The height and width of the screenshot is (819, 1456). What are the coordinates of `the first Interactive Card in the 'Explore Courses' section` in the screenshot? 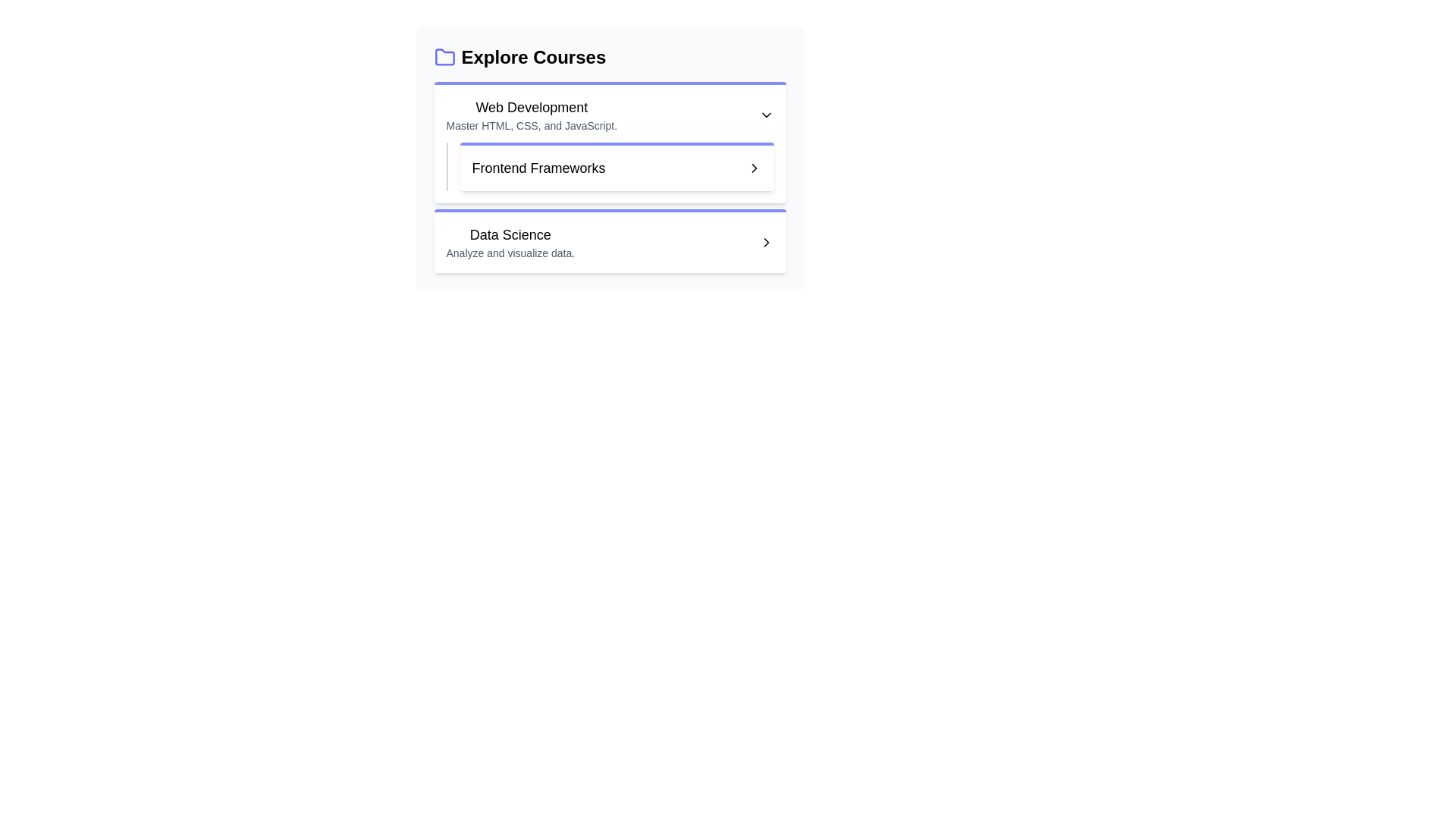 It's located at (610, 143).